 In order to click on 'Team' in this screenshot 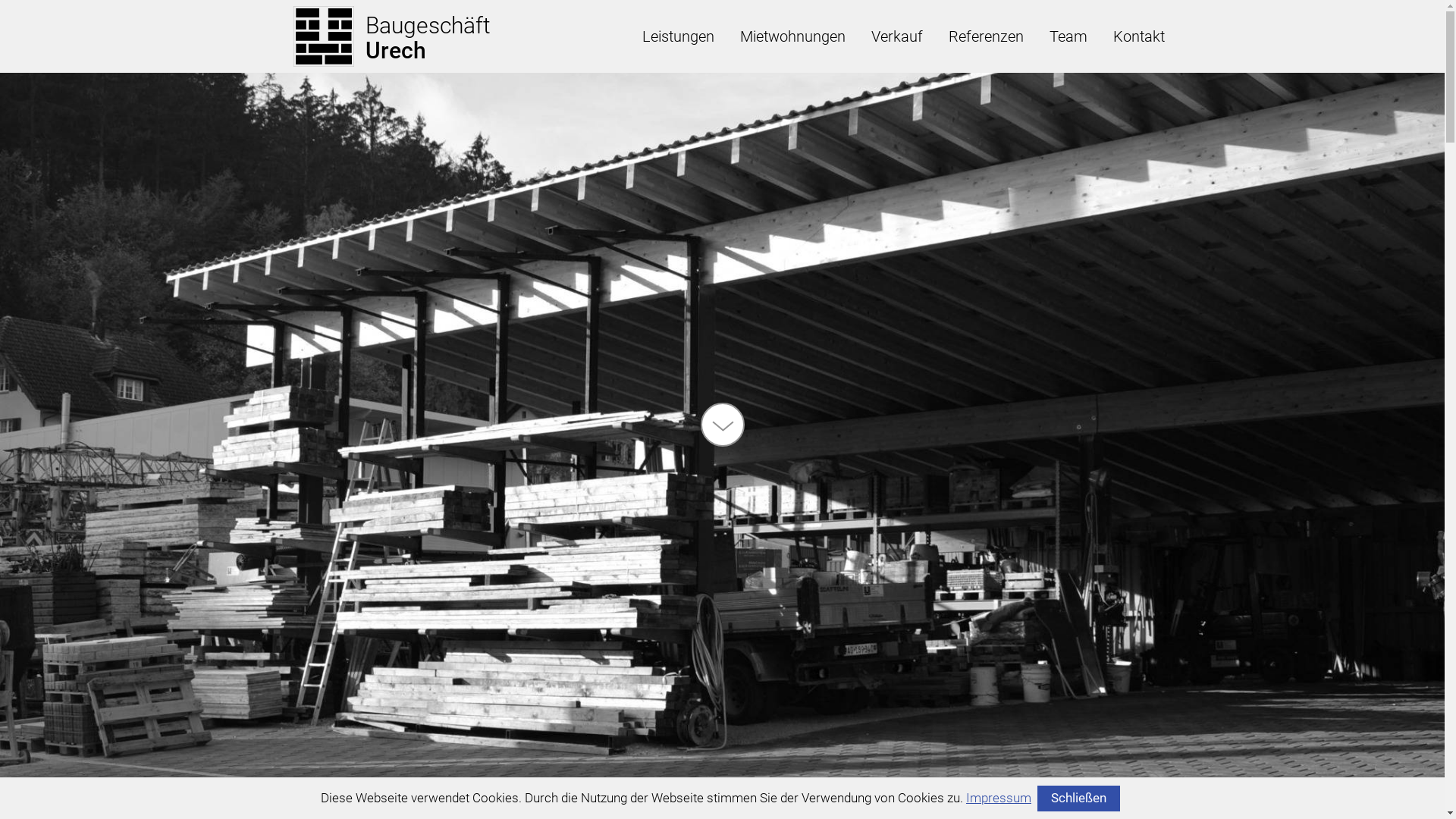, I will do `click(1066, 35)`.